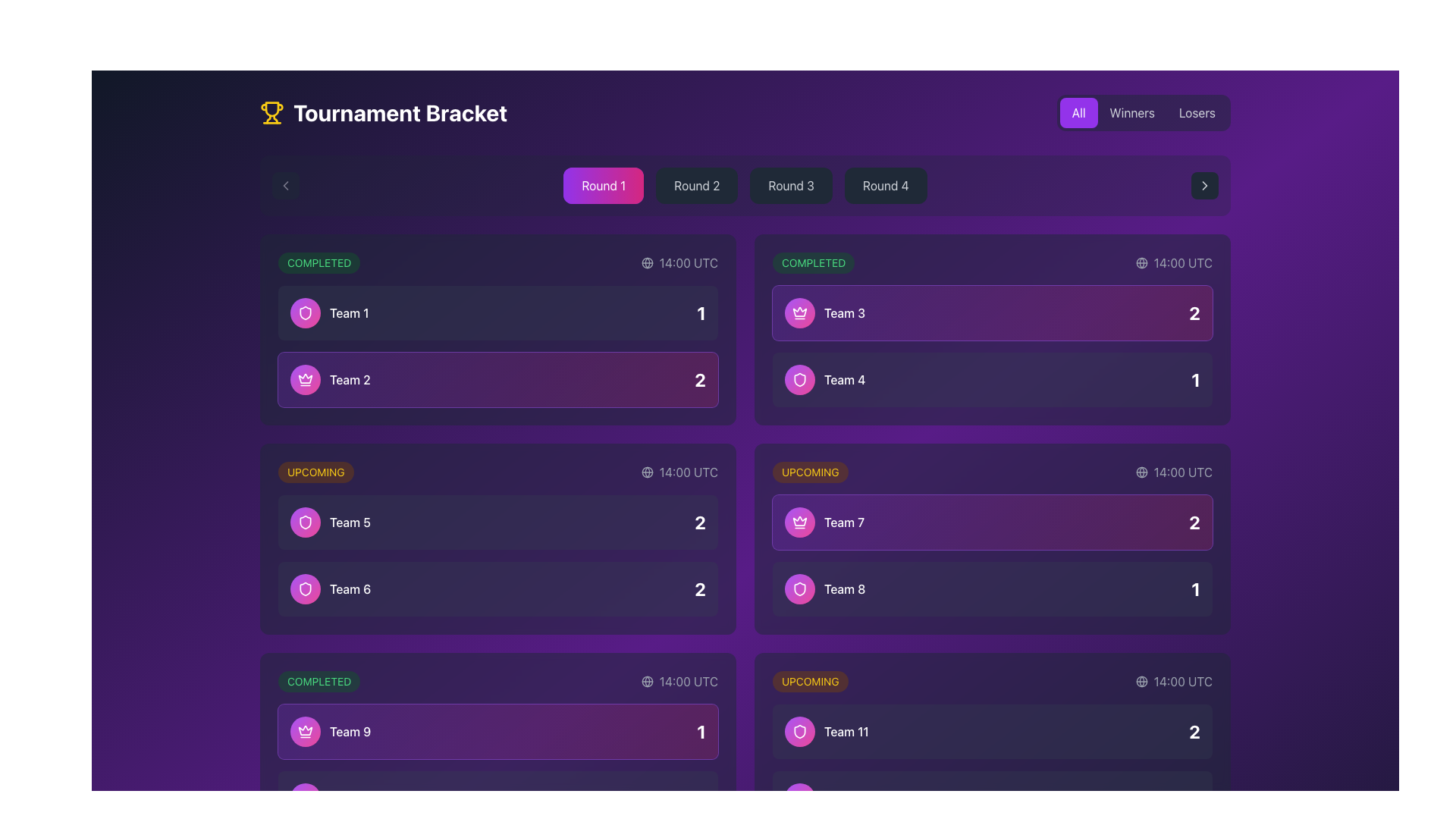  Describe the element at coordinates (1194, 312) in the screenshot. I see `the text label displaying the number '2' in bold white font, located at the top-right corner of the rounded rectangular card in the tournament bracket grid` at that location.